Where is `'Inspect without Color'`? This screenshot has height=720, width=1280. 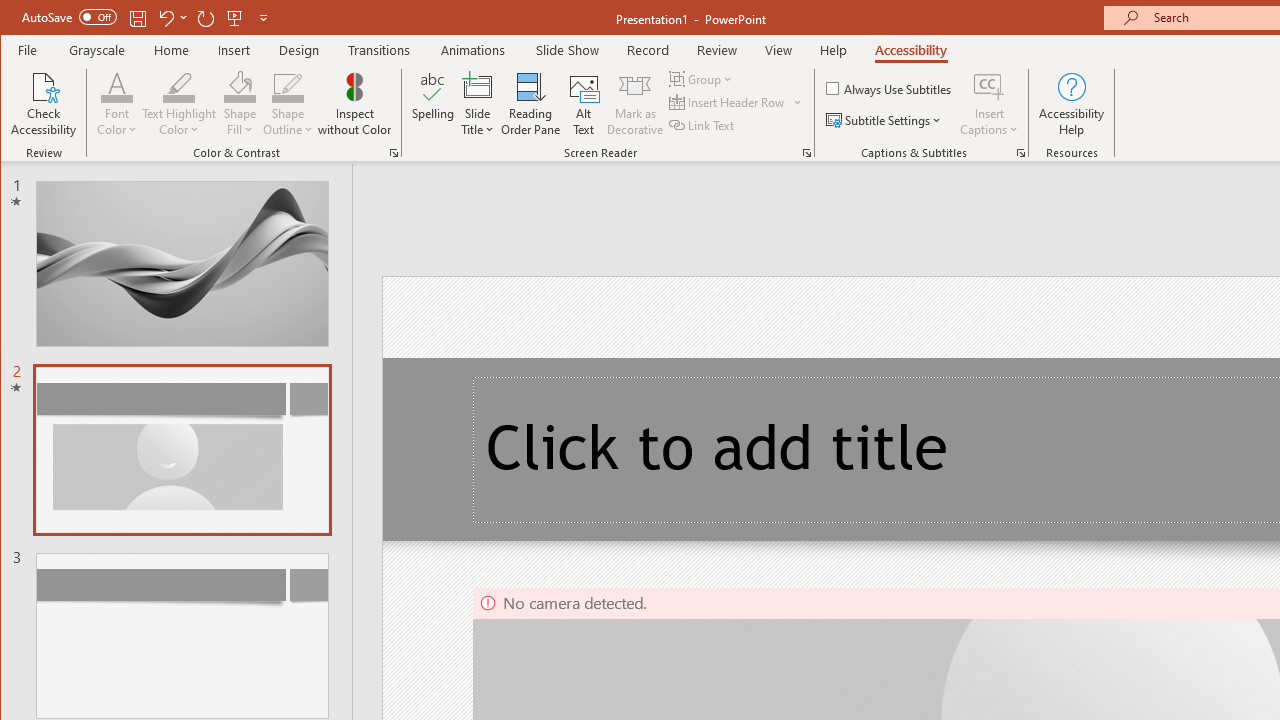 'Inspect without Color' is located at coordinates (355, 104).